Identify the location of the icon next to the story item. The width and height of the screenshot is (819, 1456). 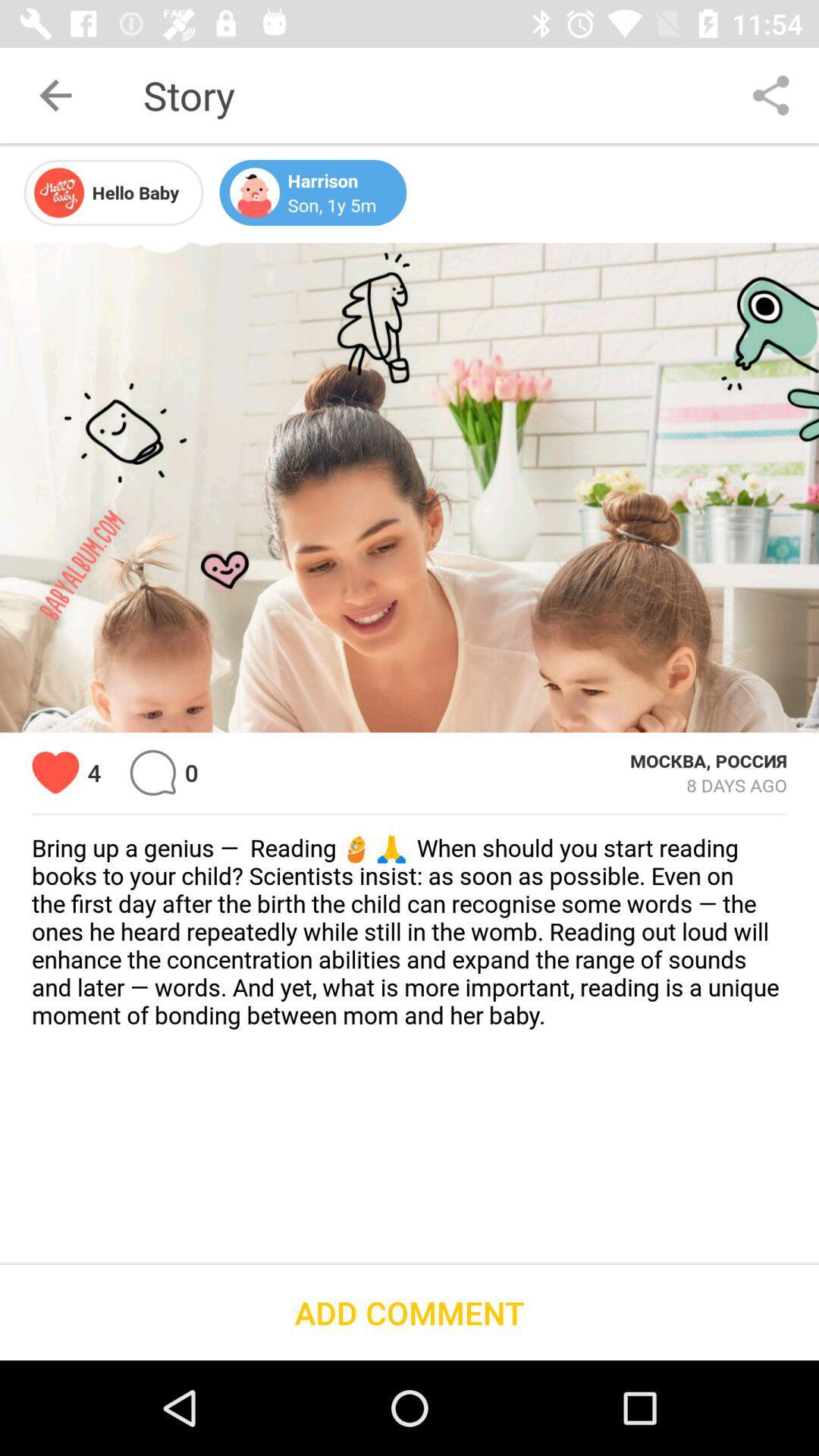
(771, 94).